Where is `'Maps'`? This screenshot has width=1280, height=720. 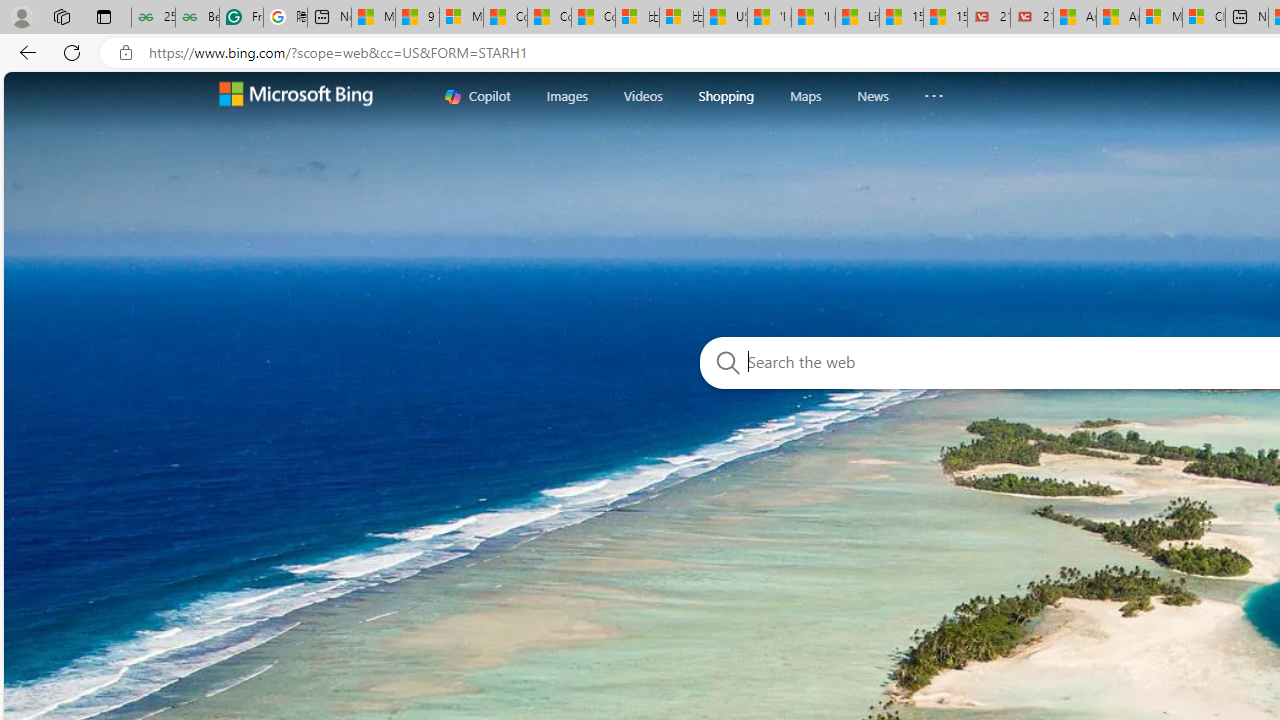 'Maps' is located at coordinates (805, 95).